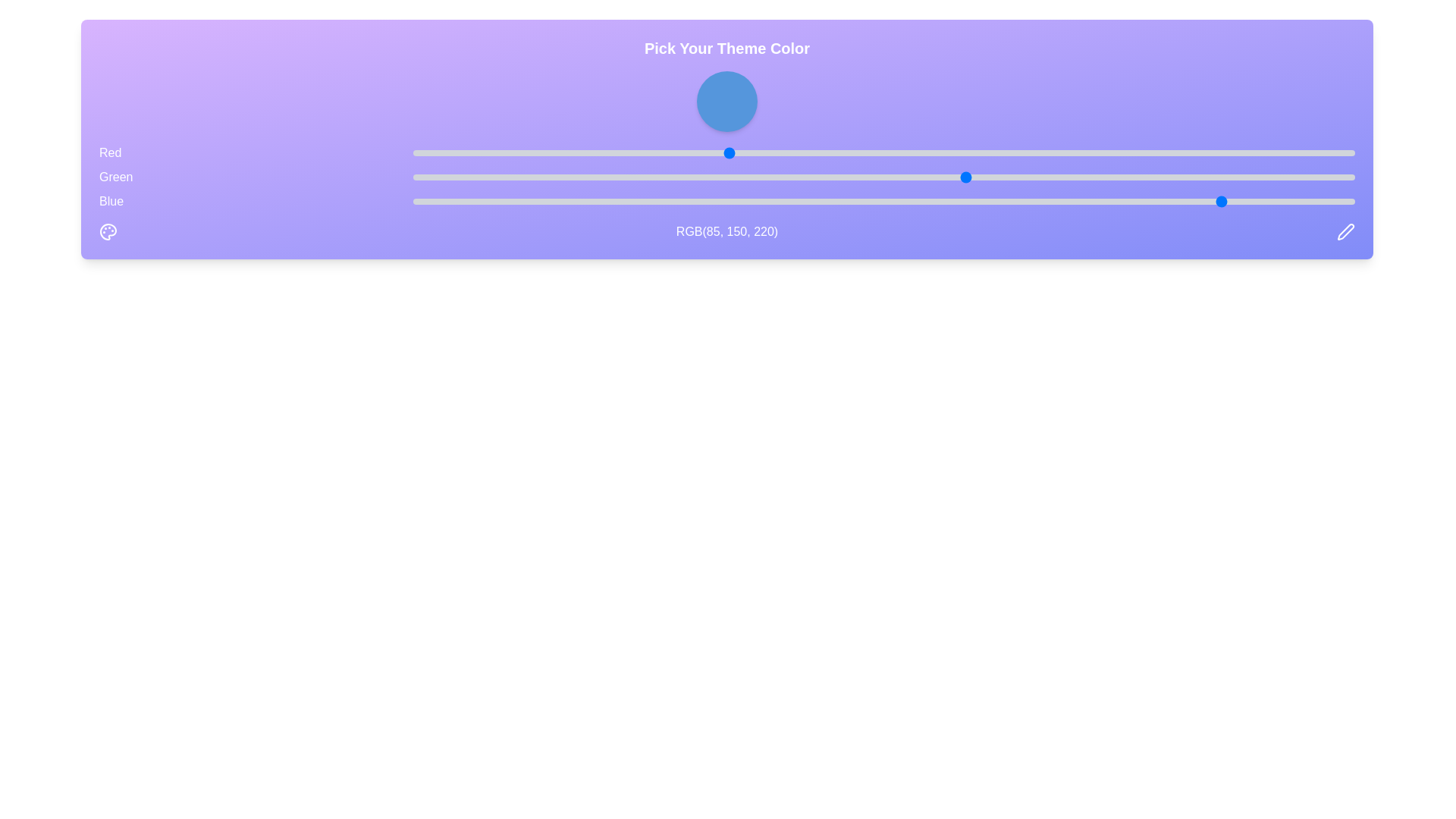  I want to click on the slider handles of the RGB range sliders labeled 'Red', 'Green', and 'Blue', so click(726, 177).